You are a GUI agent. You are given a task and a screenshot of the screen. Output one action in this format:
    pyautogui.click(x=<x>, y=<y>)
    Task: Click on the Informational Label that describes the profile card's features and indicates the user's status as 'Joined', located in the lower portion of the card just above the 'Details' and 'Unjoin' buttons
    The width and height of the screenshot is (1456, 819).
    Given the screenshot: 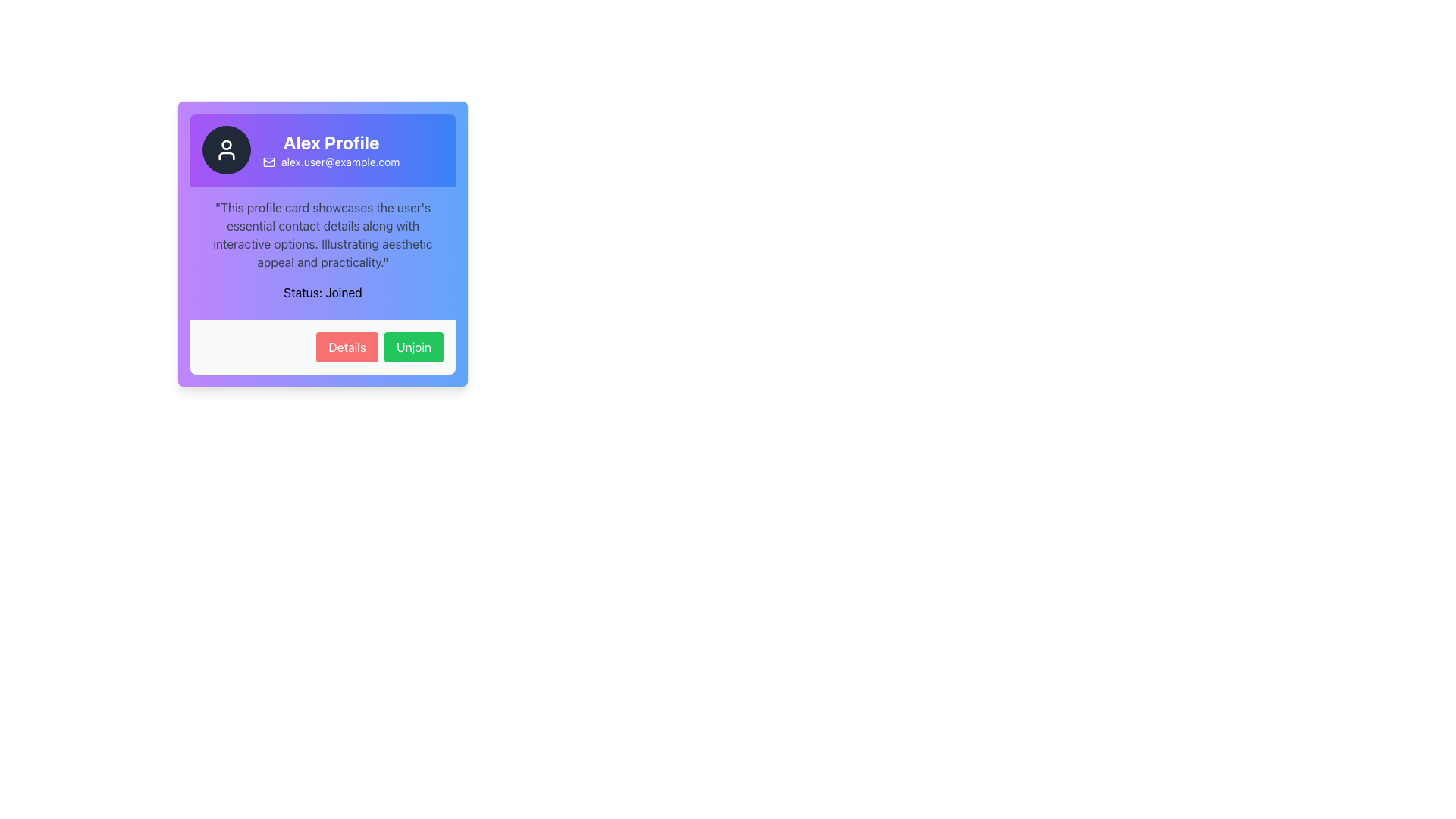 What is the action you would take?
    pyautogui.click(x=322, y=253)
    